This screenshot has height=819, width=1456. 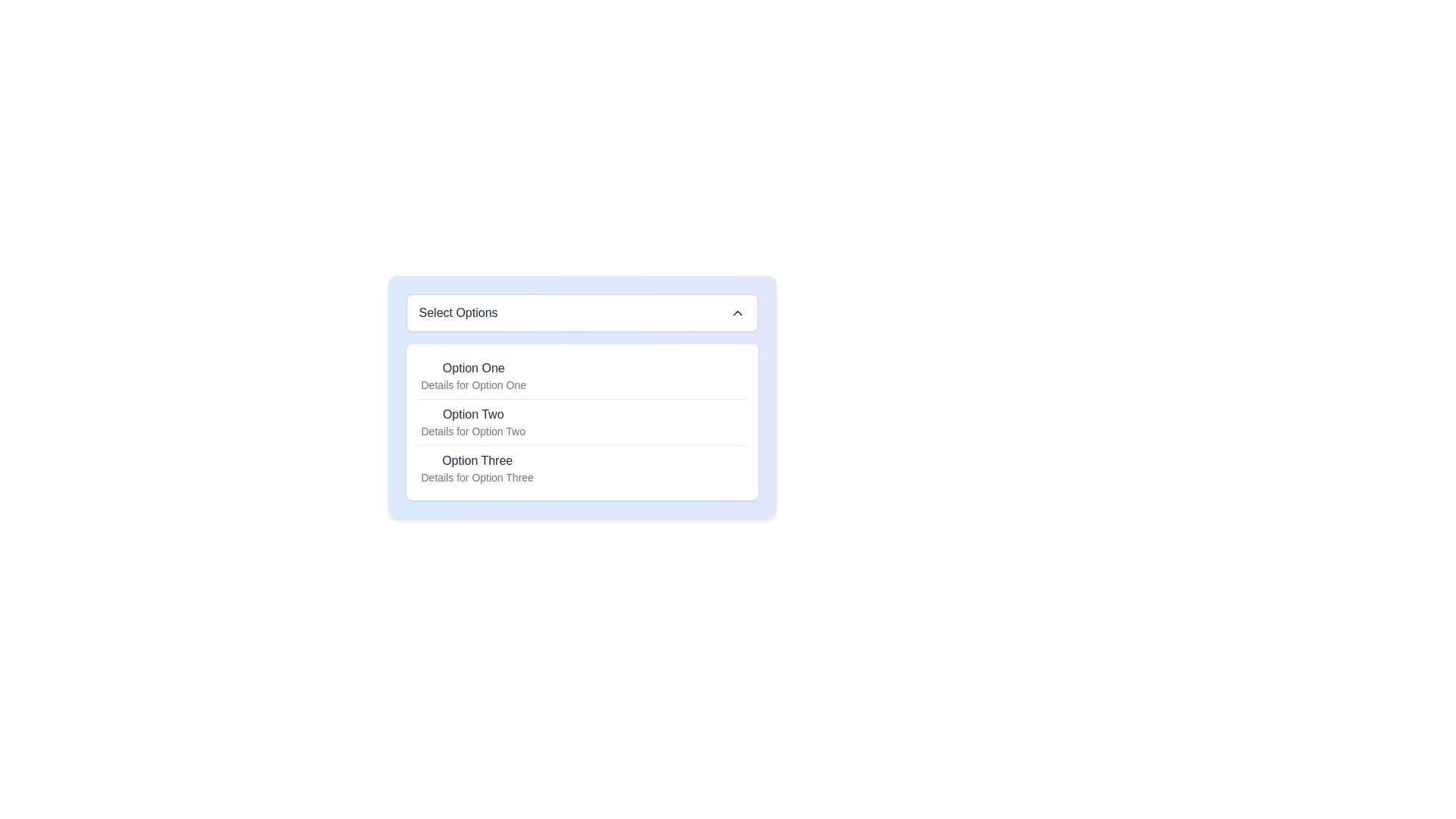 I want to click on to select 'Option Two' from the dropdown menu, which is the second item in the list between 'Option One' and 'Option Three', so click(x=581, y=422).